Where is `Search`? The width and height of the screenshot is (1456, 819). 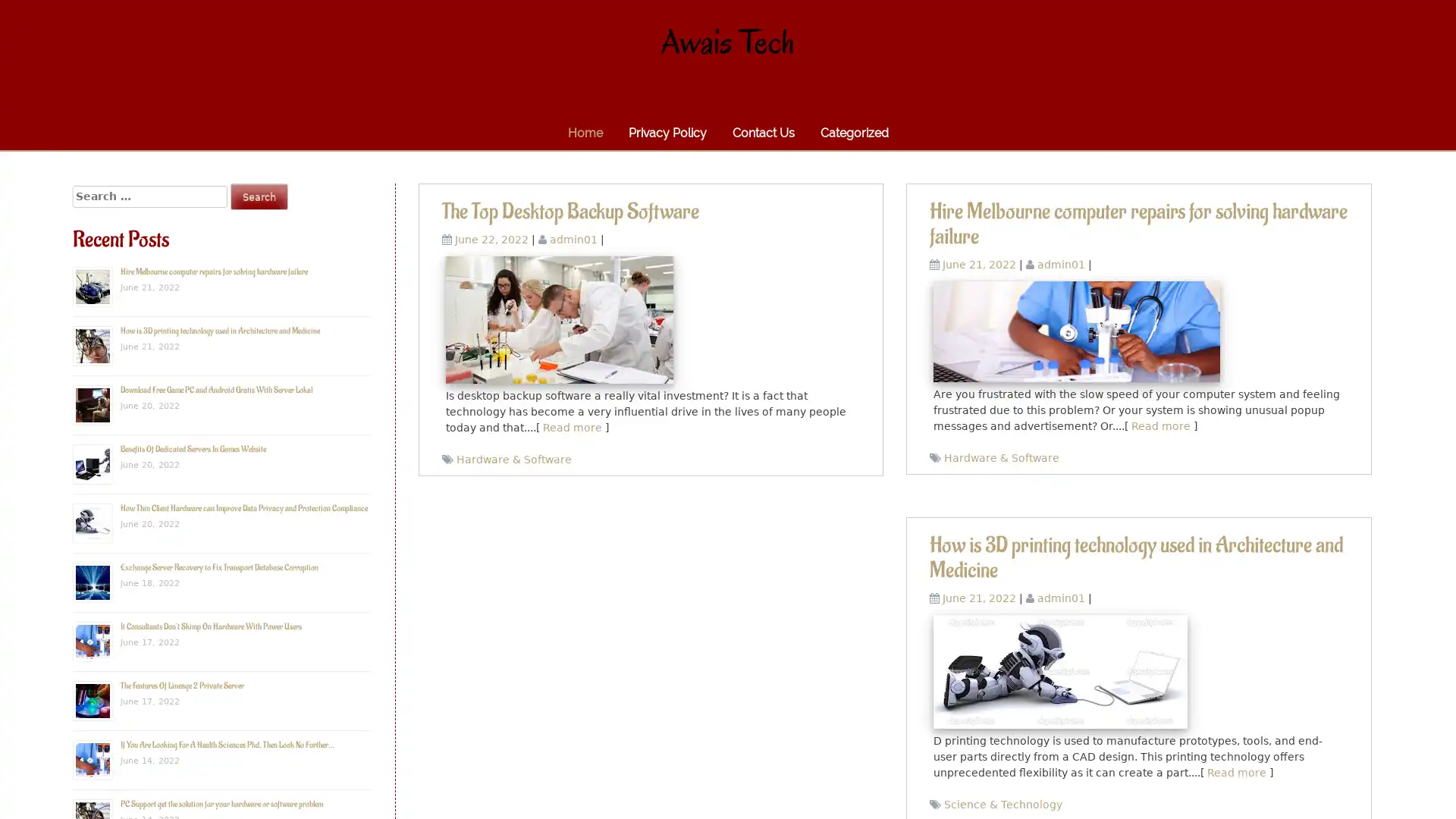 Search is located at coordinates (259, 196).